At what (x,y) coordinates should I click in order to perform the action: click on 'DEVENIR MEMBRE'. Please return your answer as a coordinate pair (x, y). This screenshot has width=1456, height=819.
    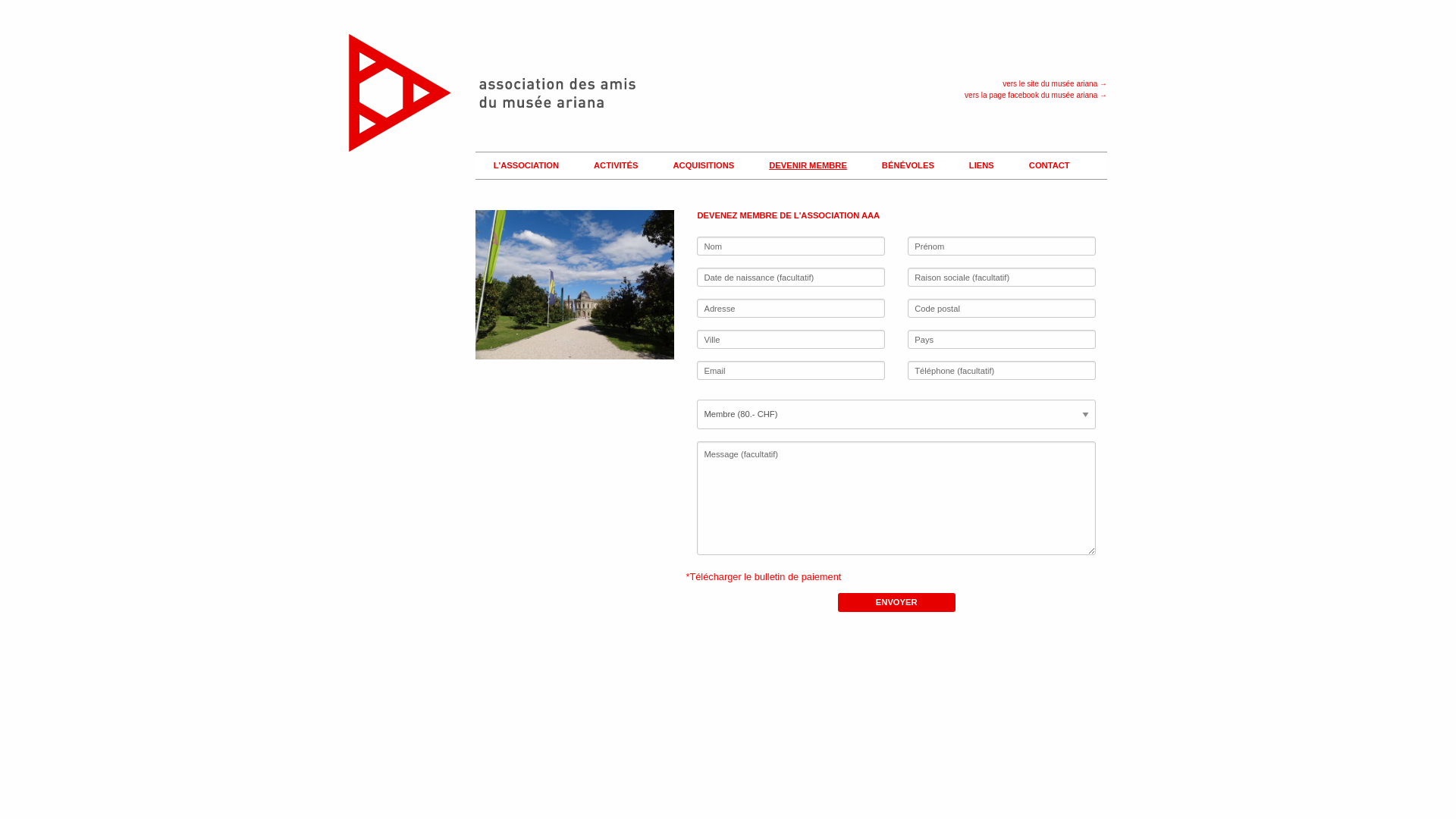
    Looking at the image, I should click on (757, 166).